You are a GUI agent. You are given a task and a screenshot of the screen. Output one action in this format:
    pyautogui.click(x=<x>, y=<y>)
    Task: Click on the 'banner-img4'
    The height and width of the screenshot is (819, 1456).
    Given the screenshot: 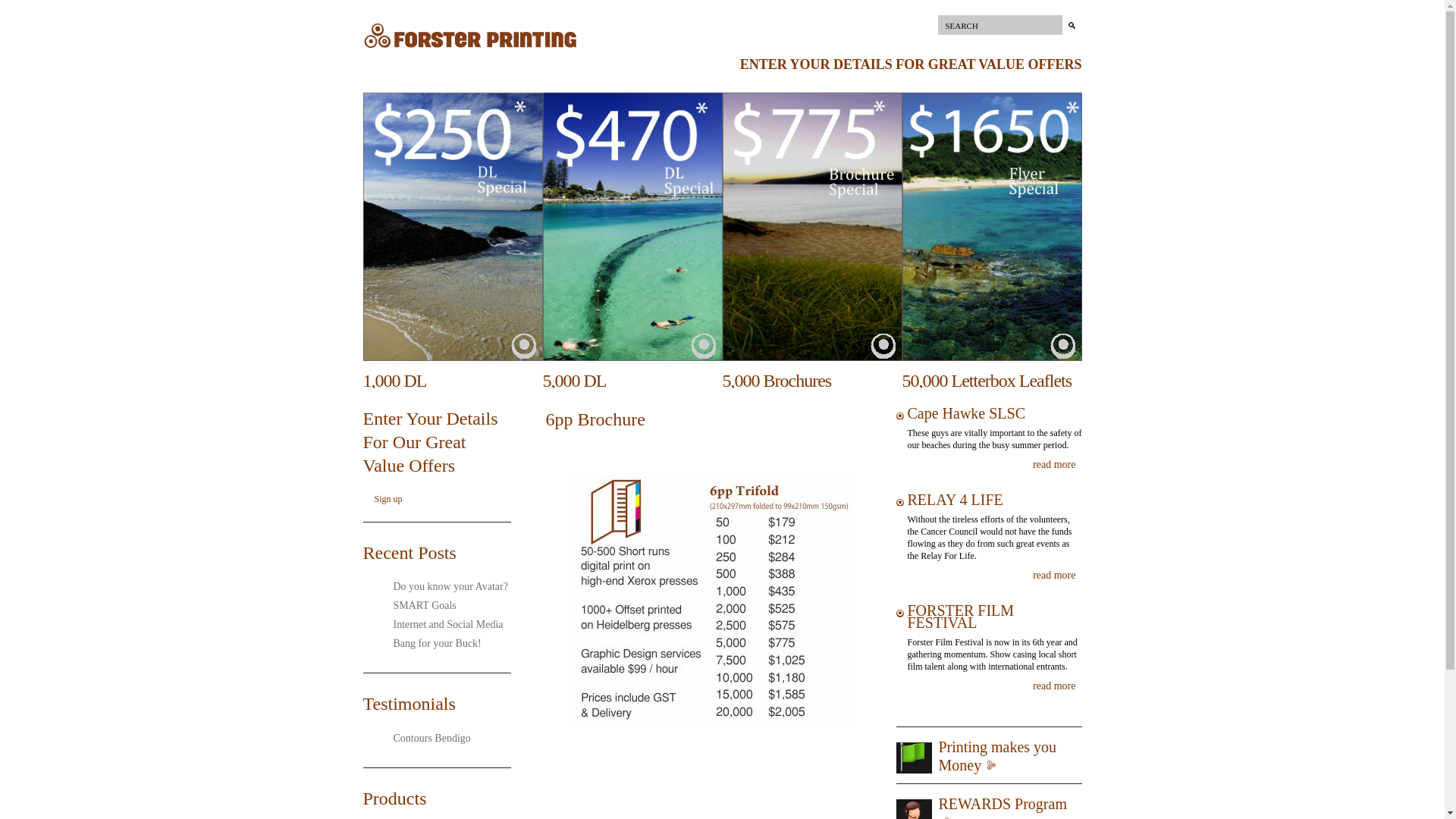 What is the action you would take?
    pyautogui.click(x=992, y=227)
    